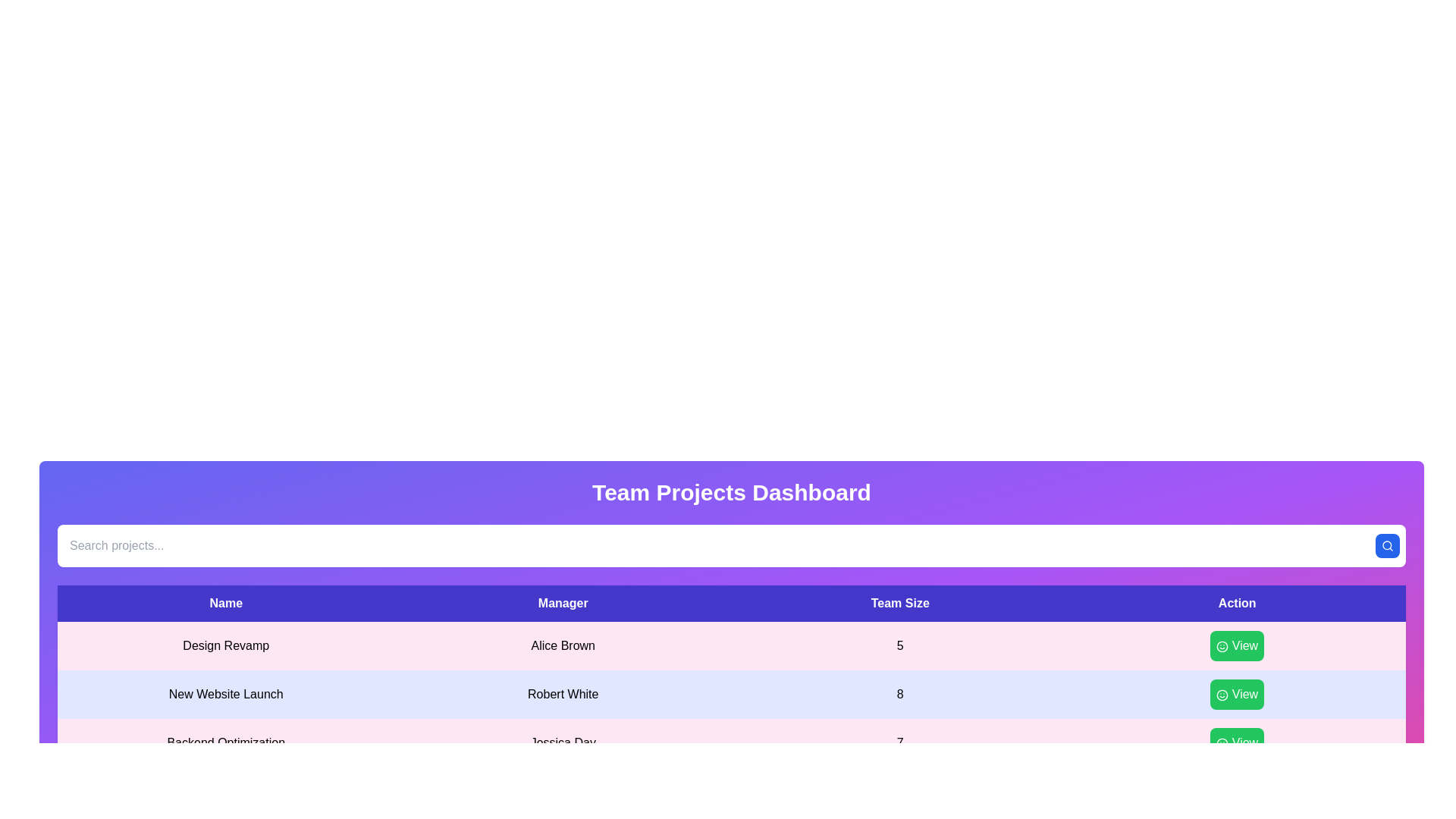  What do you see at coordinates (900, 646) in the screenshot?
I see `the text displaying the number '5', which is centered in the 'Team Size' column of the data table, located between 'Alice Brown' and a 'View' button` at bounding box center [900, 646].